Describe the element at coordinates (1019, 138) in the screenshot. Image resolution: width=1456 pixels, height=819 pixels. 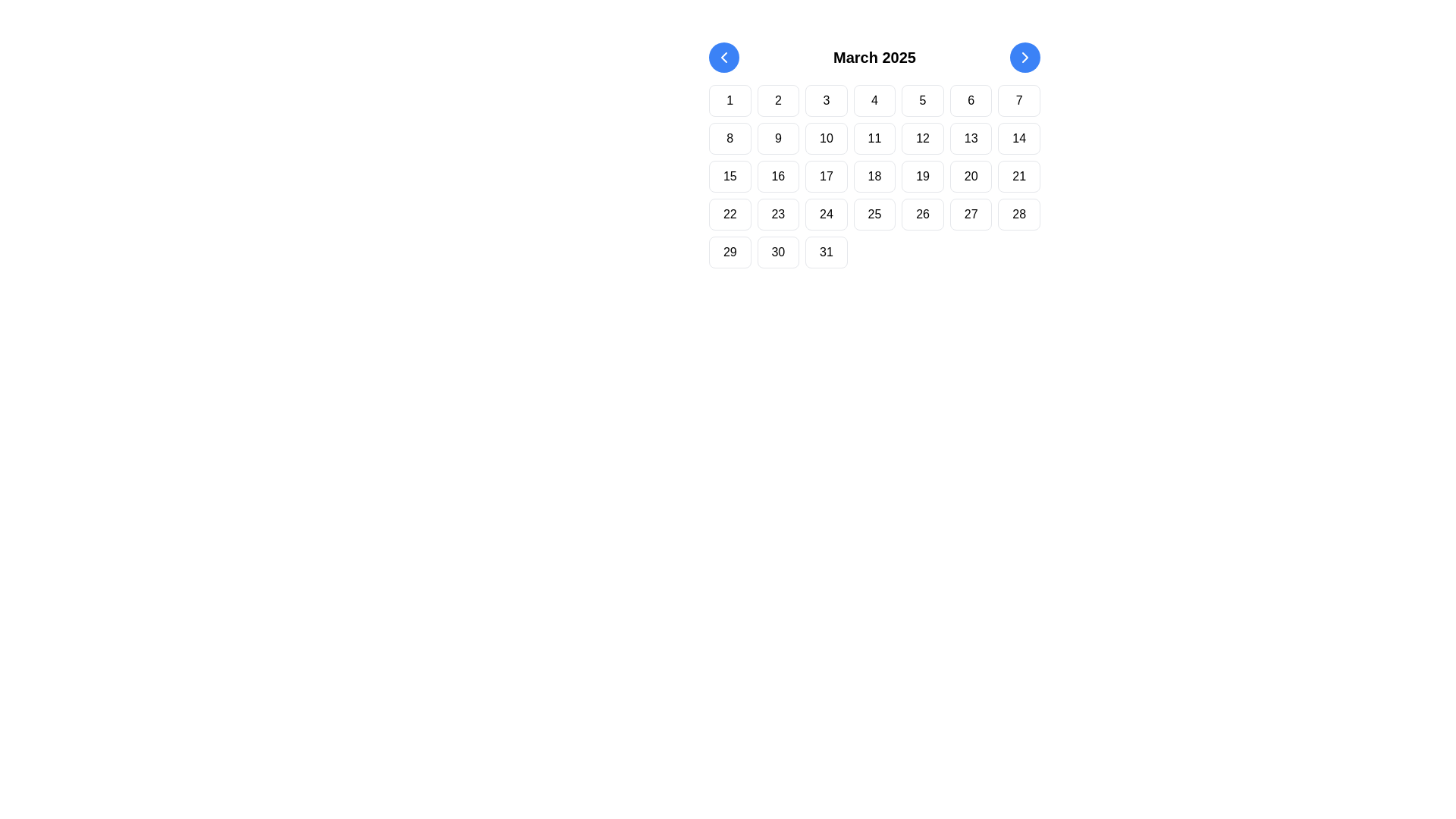
I see `the Text Display representing the 14th day of March 2025 in the calendar interface` at that location.